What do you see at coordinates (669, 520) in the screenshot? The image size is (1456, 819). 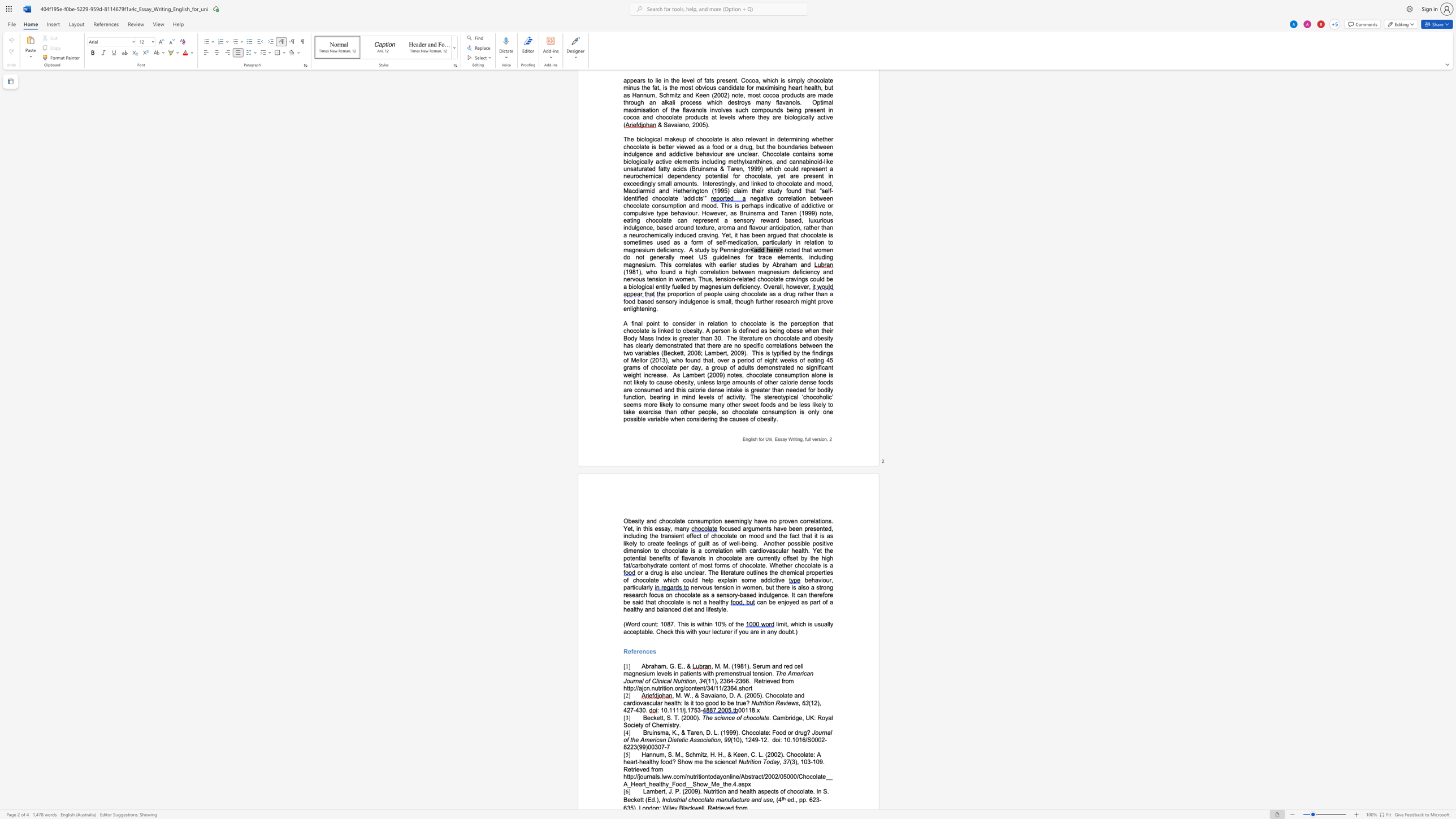 I see `the space between the continuous character "o" and "c" in the text` at bounding box center [669, 520].